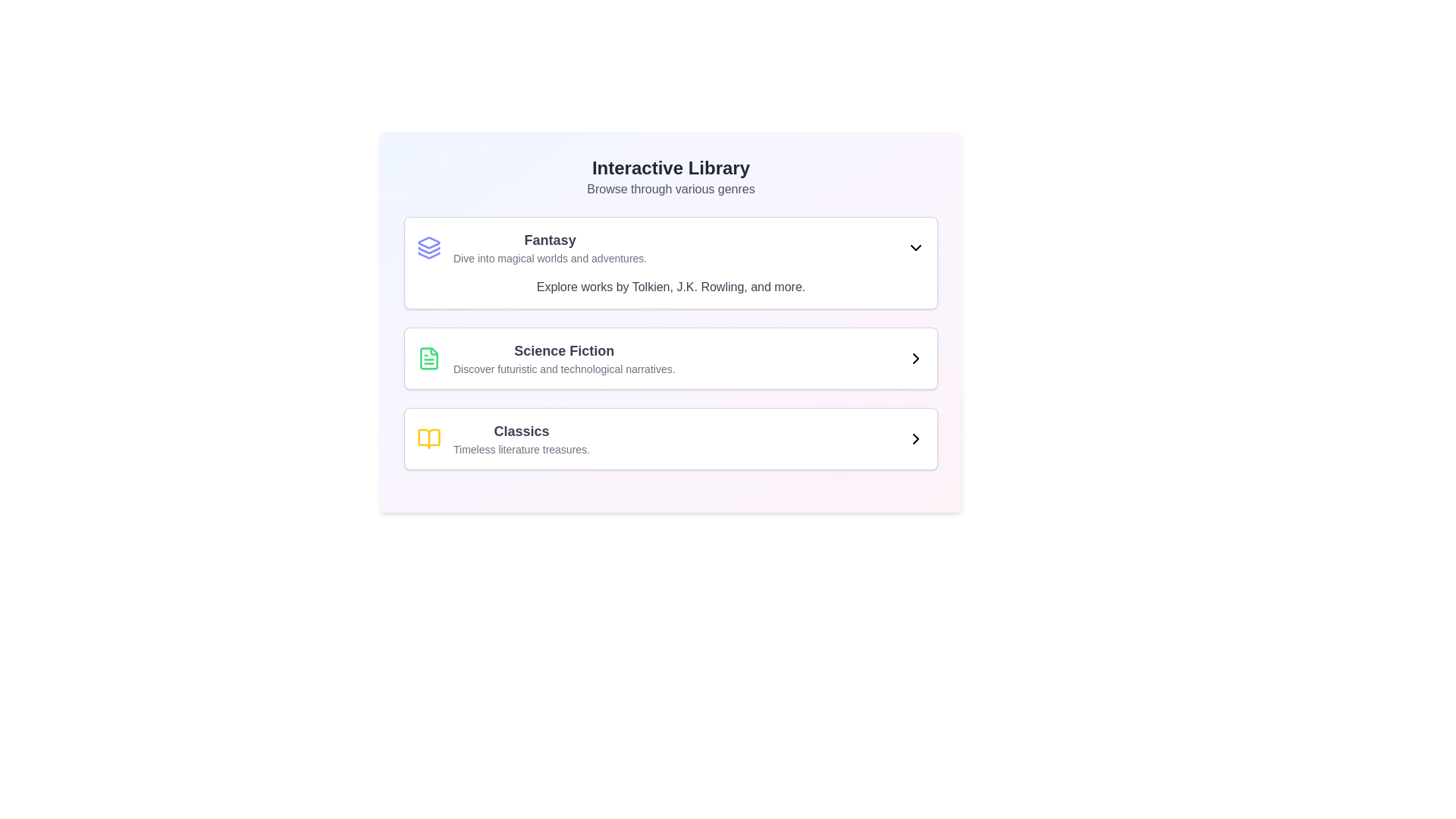 This screenshot has width=1456, height=819. I want to click on the green document icon located to the left of the 'Science Fiction' genre label, so click(428, 359).